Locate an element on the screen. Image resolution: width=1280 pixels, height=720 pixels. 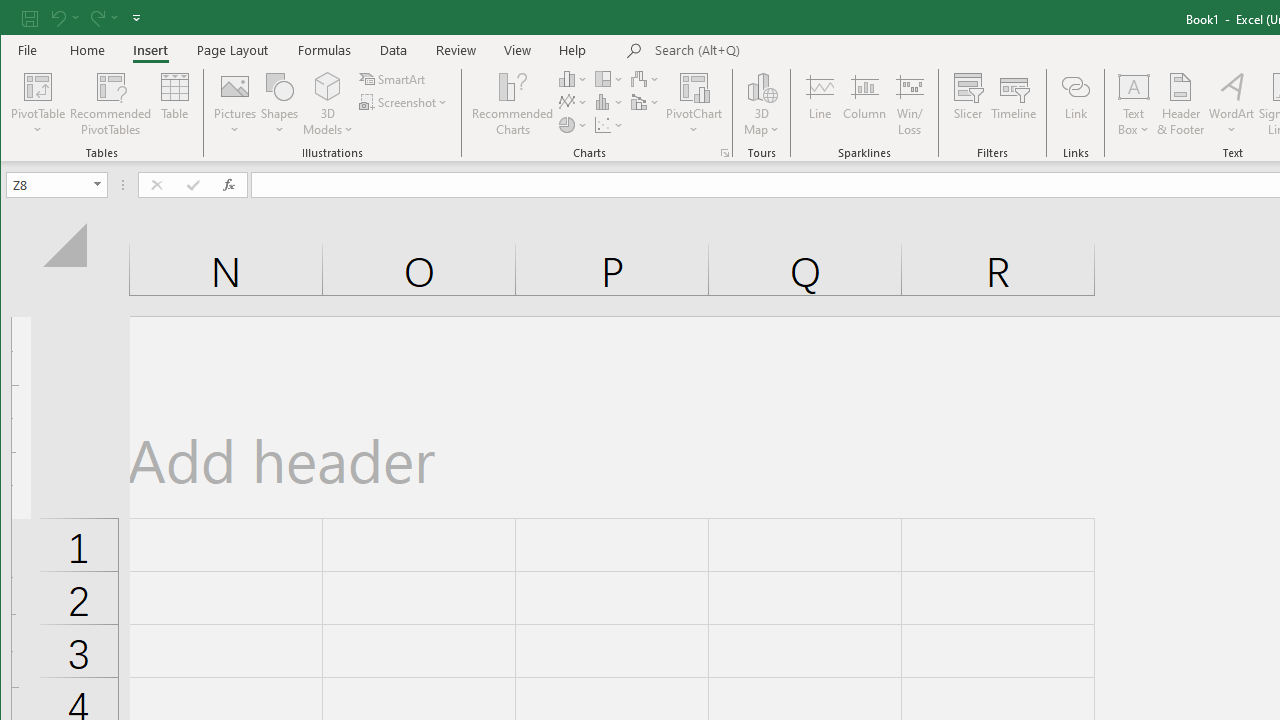
'Win/Loss' is located at coordinates (909, 104).